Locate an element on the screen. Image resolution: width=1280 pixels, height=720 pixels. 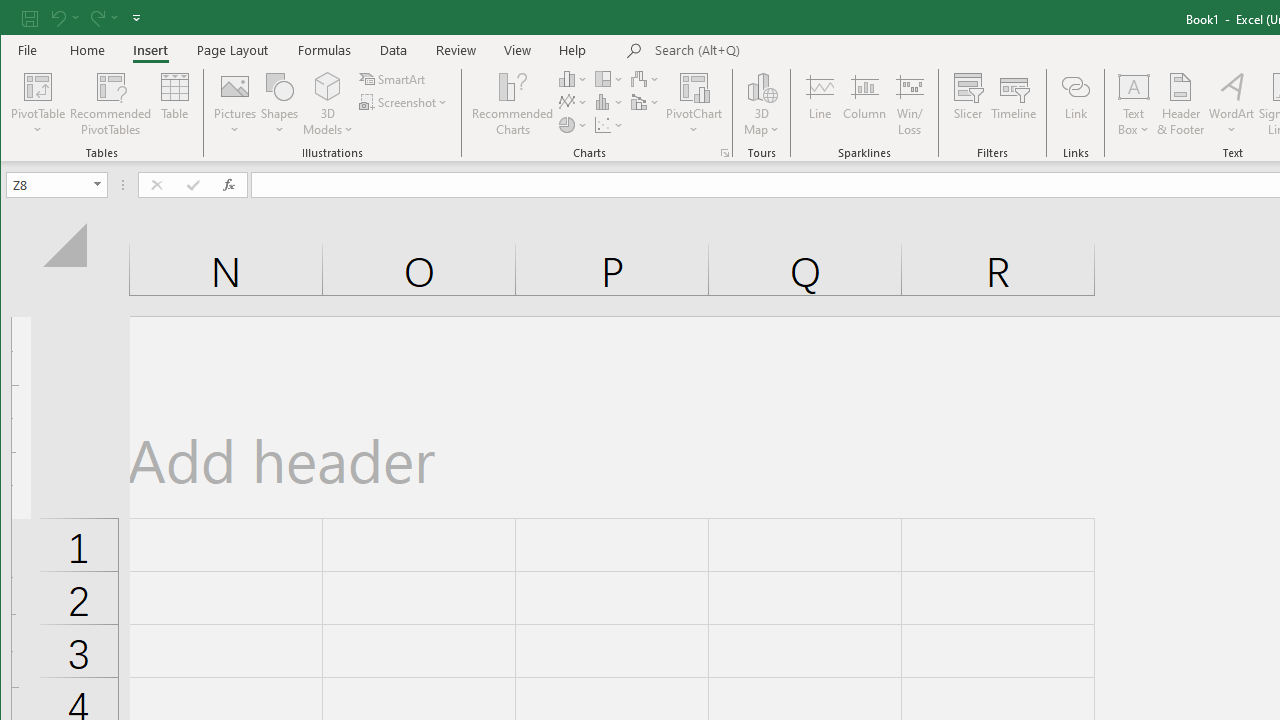
'Win/Loss' is located at coordinates (909, 104).